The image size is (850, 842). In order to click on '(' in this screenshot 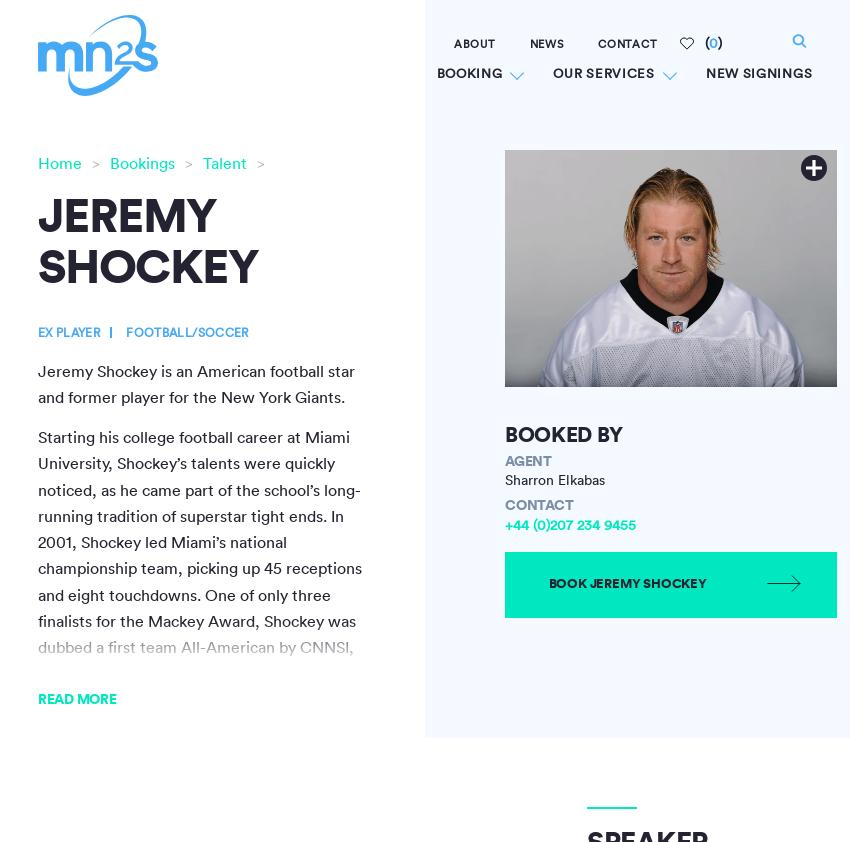, I will do `click(706, 42)`.